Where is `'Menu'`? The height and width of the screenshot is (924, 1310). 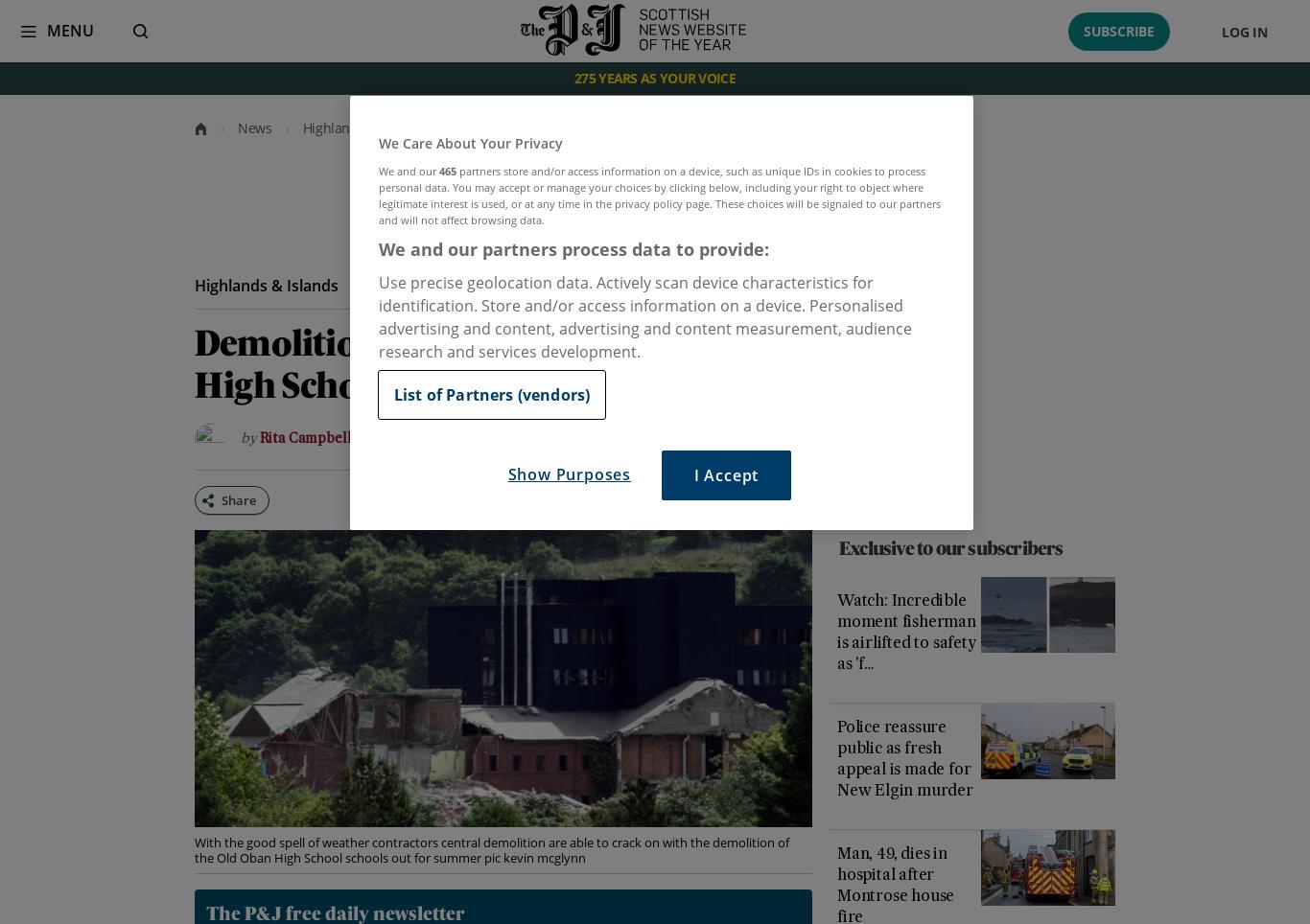 'Menu' is located at coordinates (69, 29).